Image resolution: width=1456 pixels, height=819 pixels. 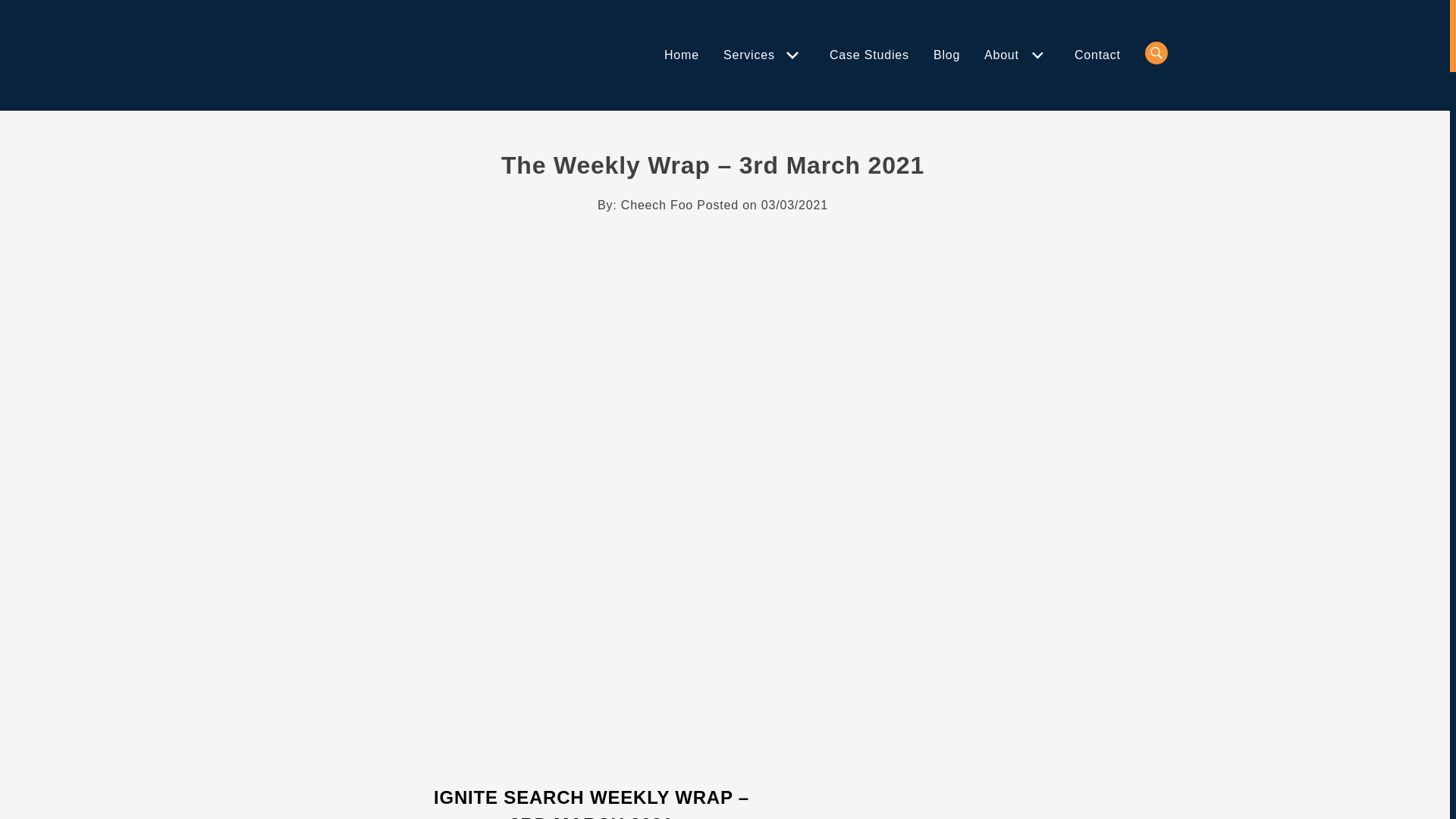 I want to click on 'Case Studies', so click(x=869, y=55).